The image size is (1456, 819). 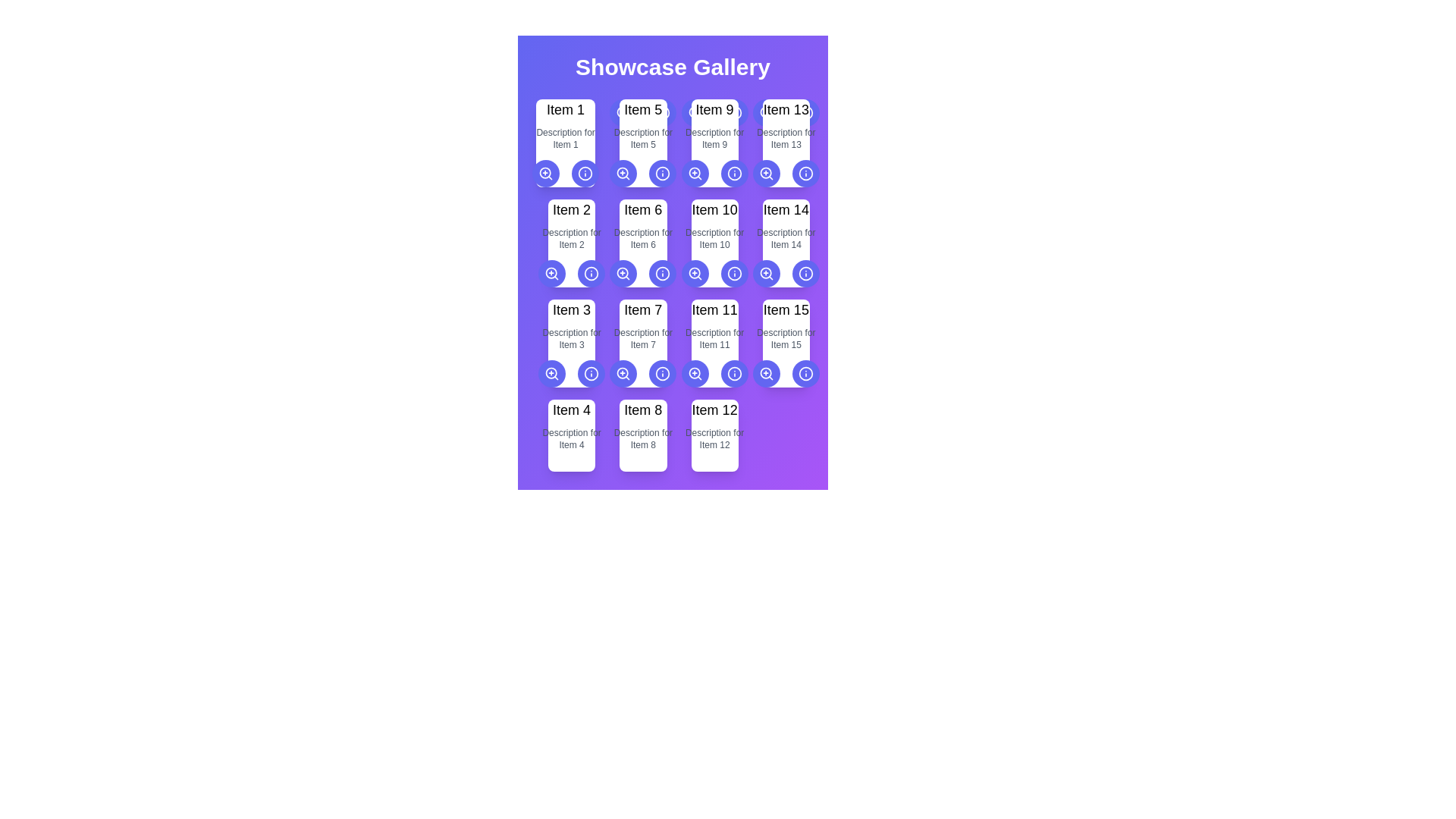 I want to click on the information button located at the bottom-right corner of the 'Item 7' card, so click(x=591, y=374).